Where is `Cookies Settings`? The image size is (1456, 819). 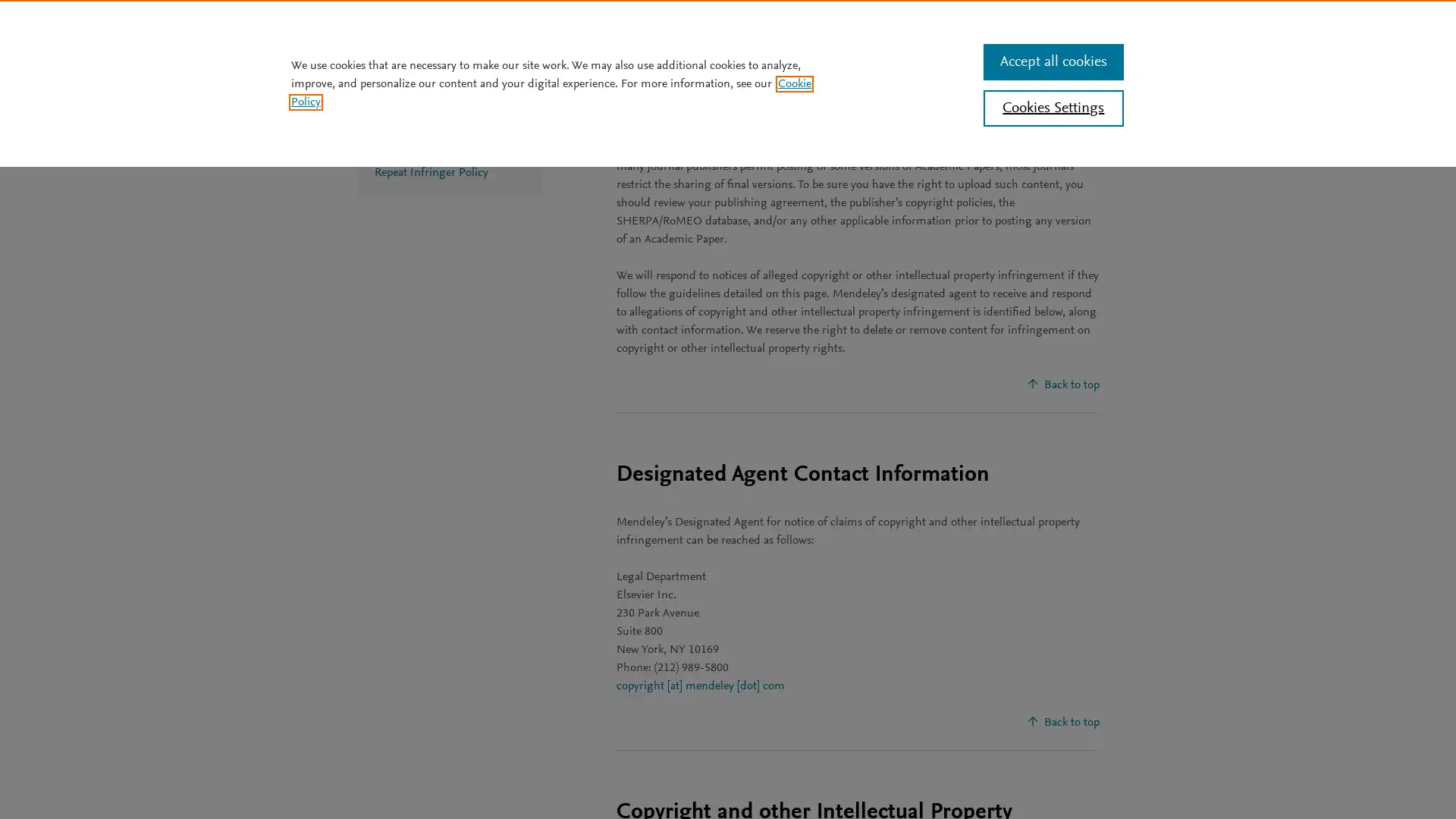
Cookies Settings is located at coordinates (1052, 107).